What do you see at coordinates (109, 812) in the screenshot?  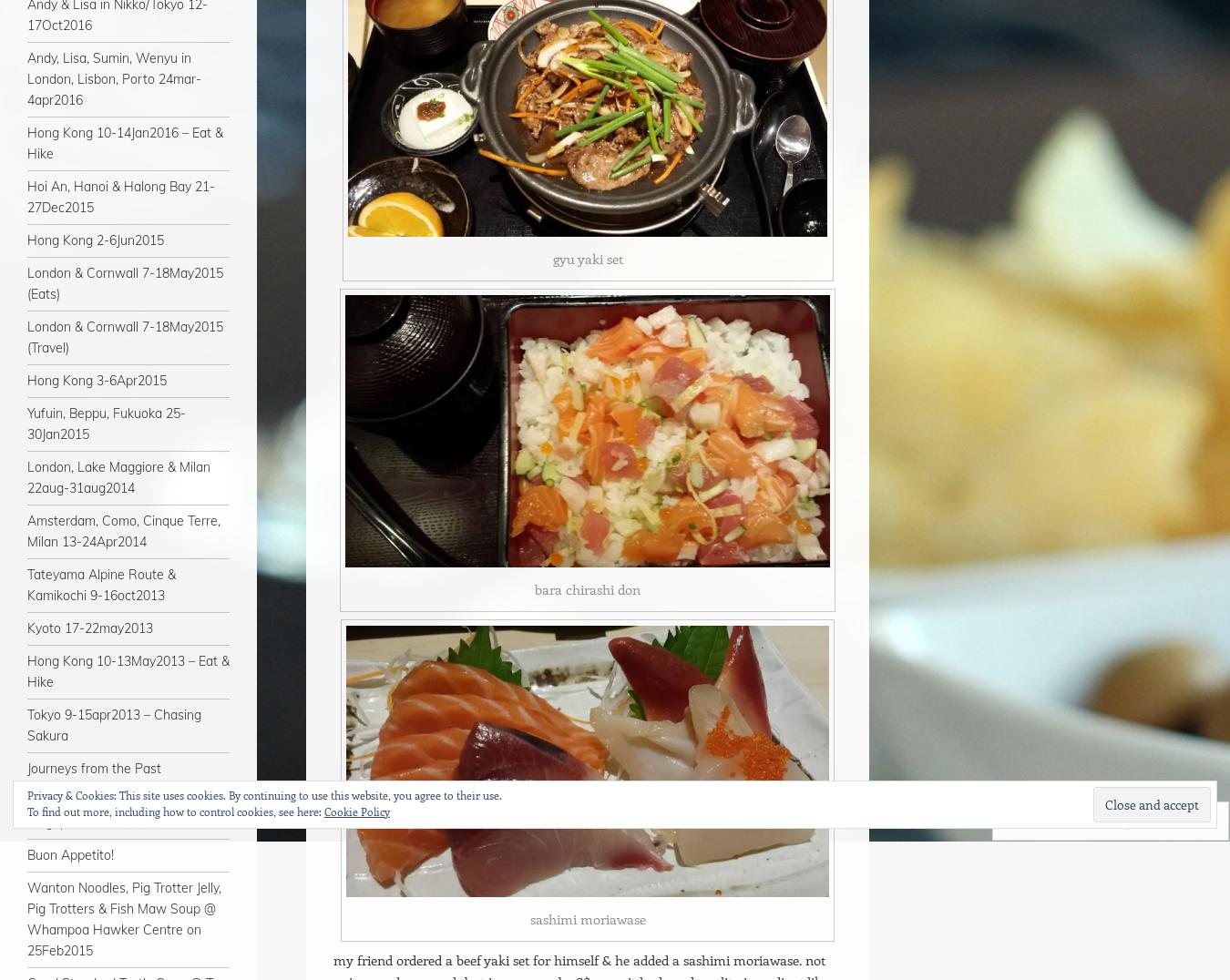 I see `'Hawker Food Tour & Hike in Singapore'` at bounding box center [109, 812].